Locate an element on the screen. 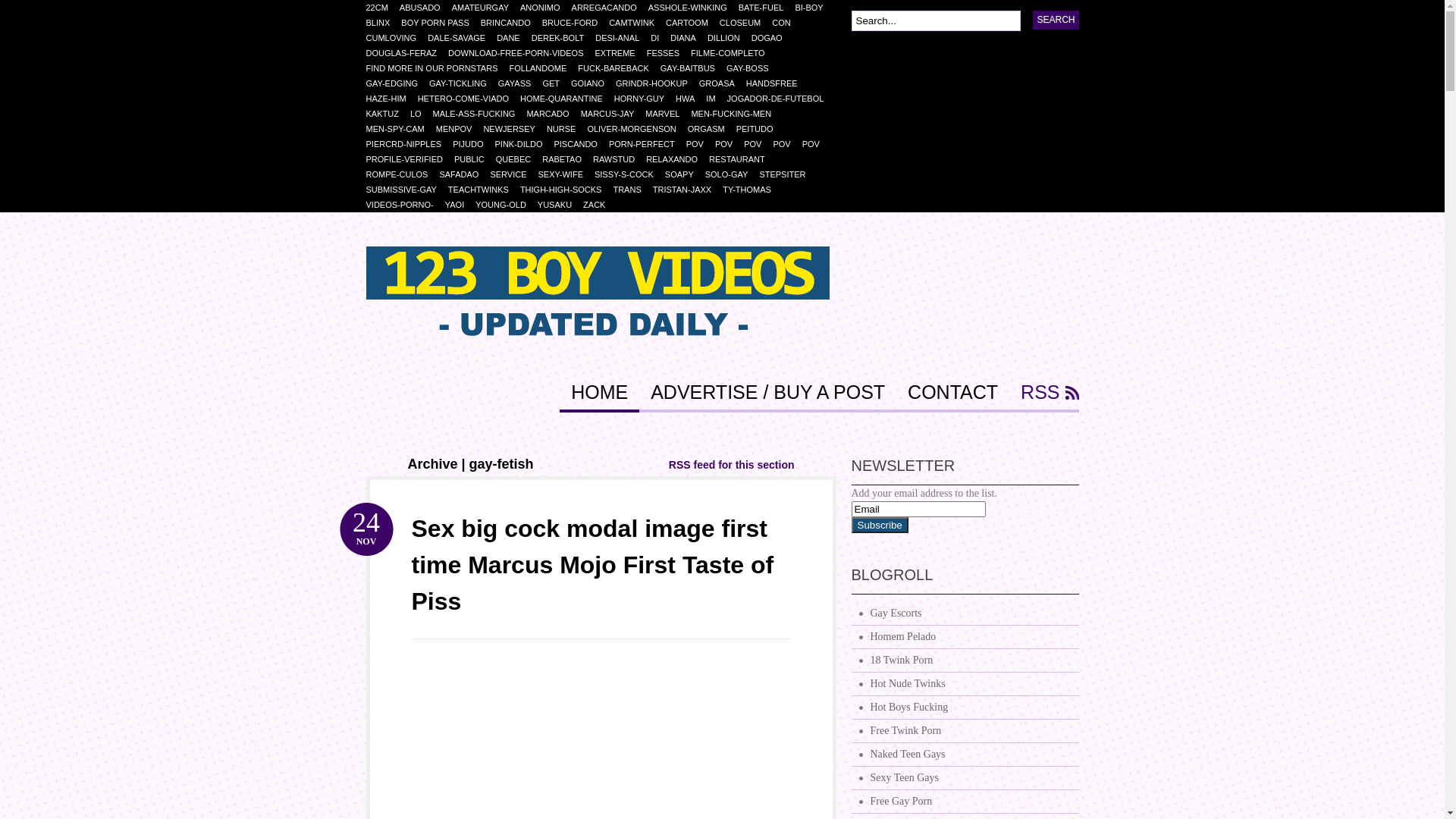 The image size is (1456, 819). 'RSS feed for this section' is located at coordinates (731, 464).